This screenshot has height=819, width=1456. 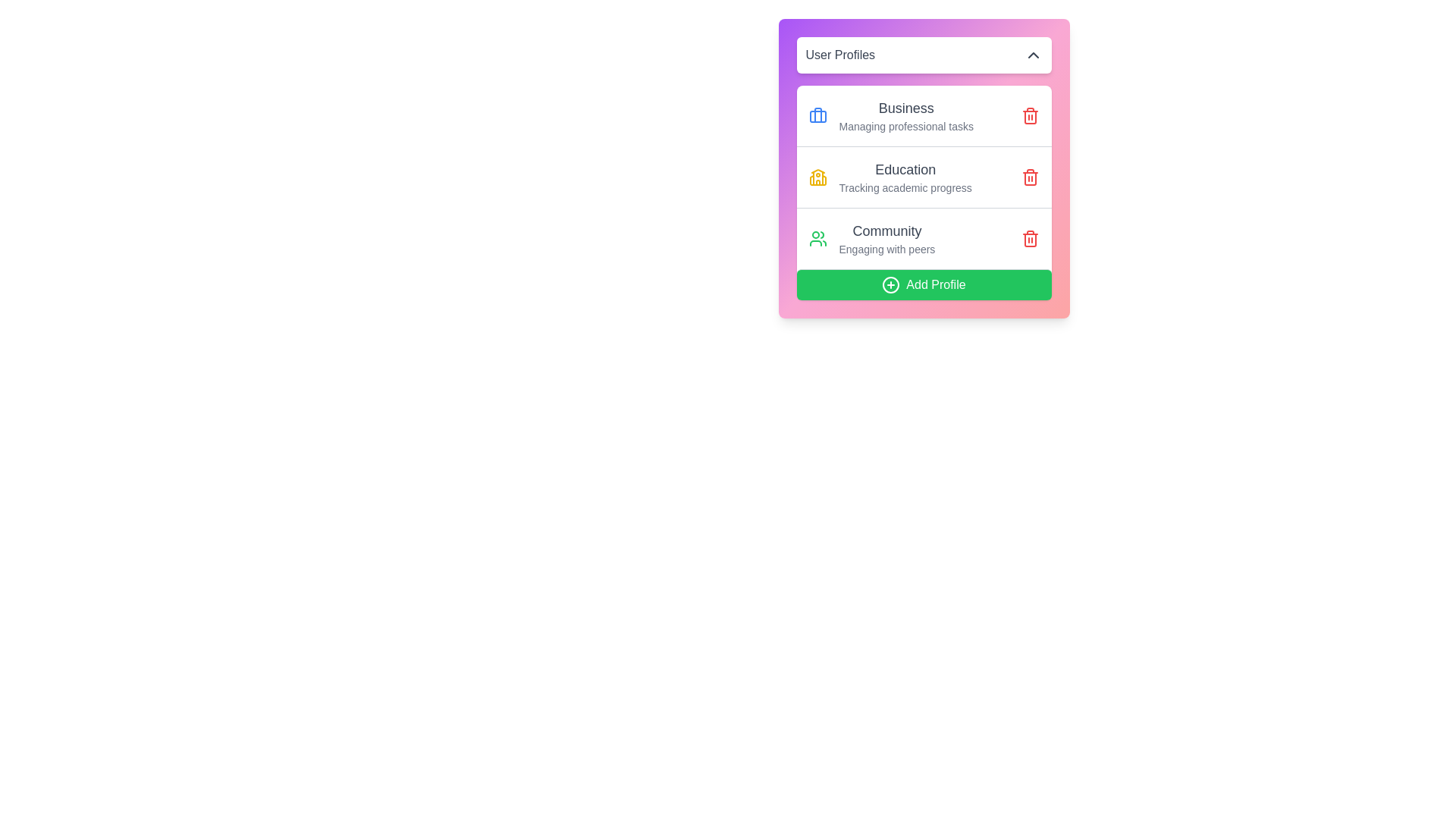 I want to click on the second list item in the Education category, which includes a delete action icon on the right, positioned between the Business and Community items, so click(x=923, y=176).